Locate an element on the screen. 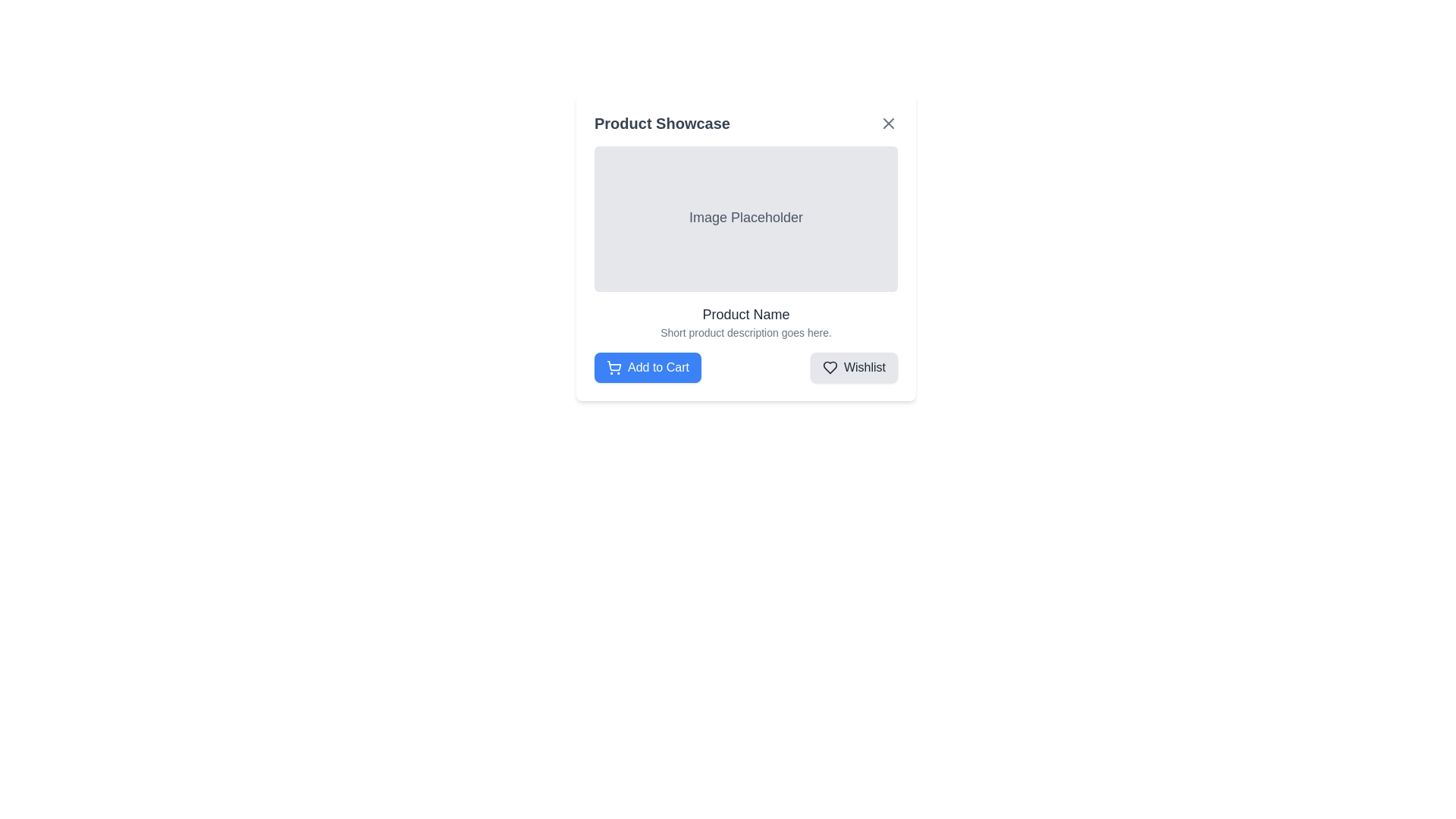 The image size is (1456, 819). the text element that provides a brief description of the product, located below 'Product Name' and above the 'Add to Cart' button is located at coordinates (745, 332).